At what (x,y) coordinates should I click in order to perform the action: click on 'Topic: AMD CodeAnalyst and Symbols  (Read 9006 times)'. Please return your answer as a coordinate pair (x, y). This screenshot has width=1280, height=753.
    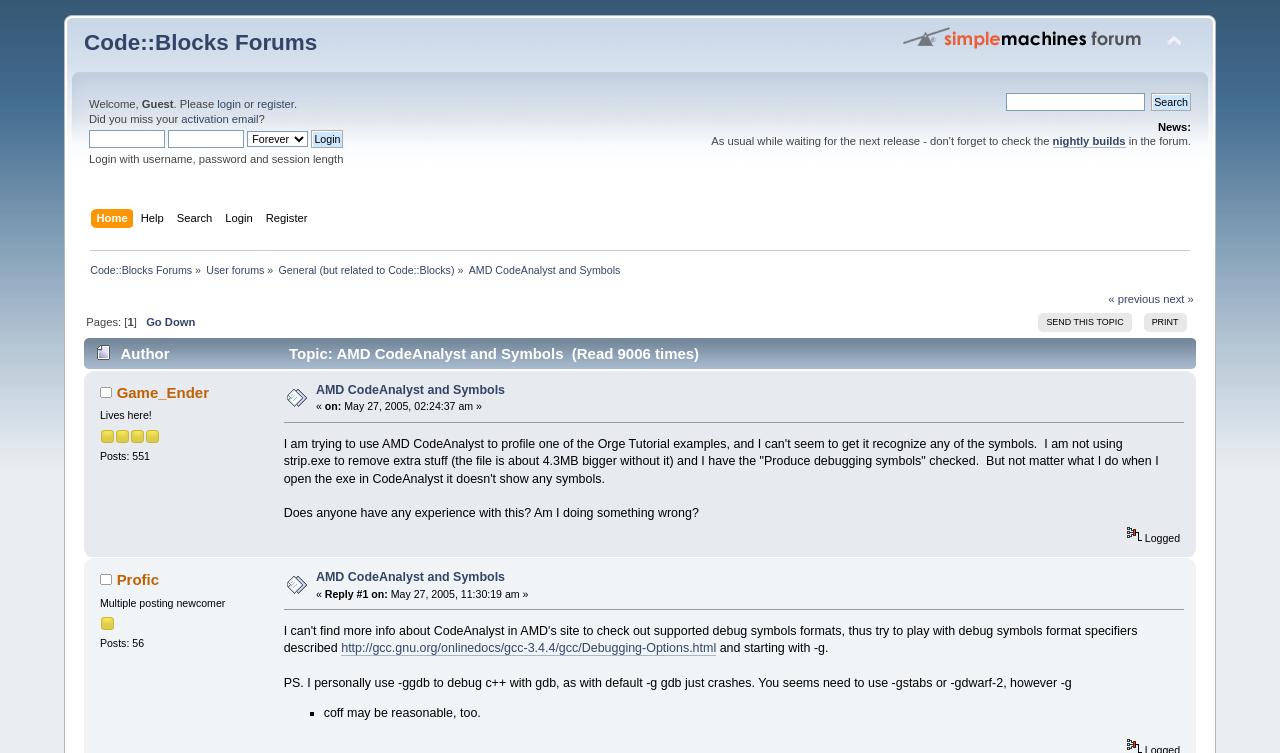
    Looking at the image, I should click on (491, 353).